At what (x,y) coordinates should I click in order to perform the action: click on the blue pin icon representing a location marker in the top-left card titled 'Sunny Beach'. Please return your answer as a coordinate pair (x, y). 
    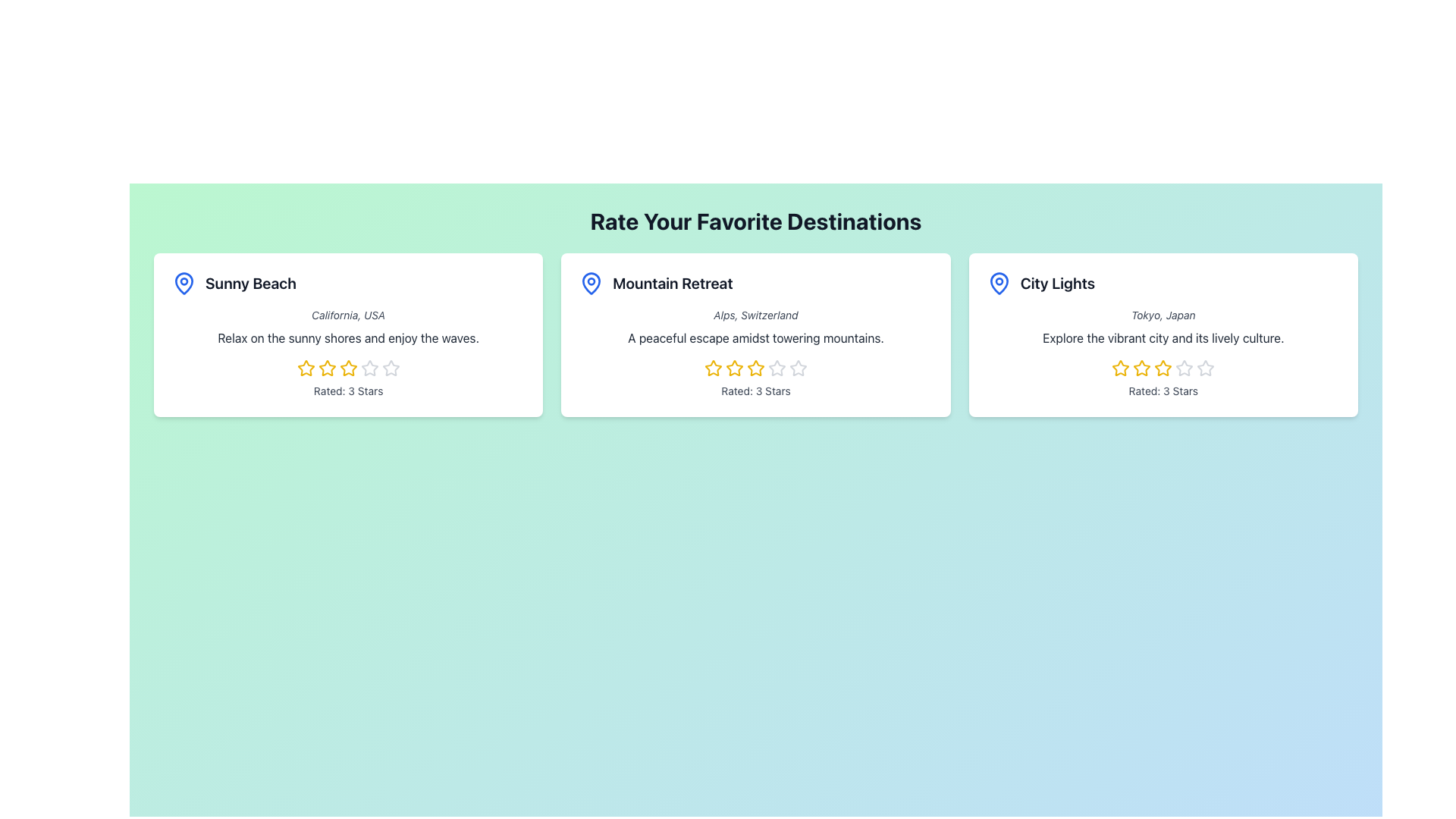
    Looking at the image, I should click on (184, 283).